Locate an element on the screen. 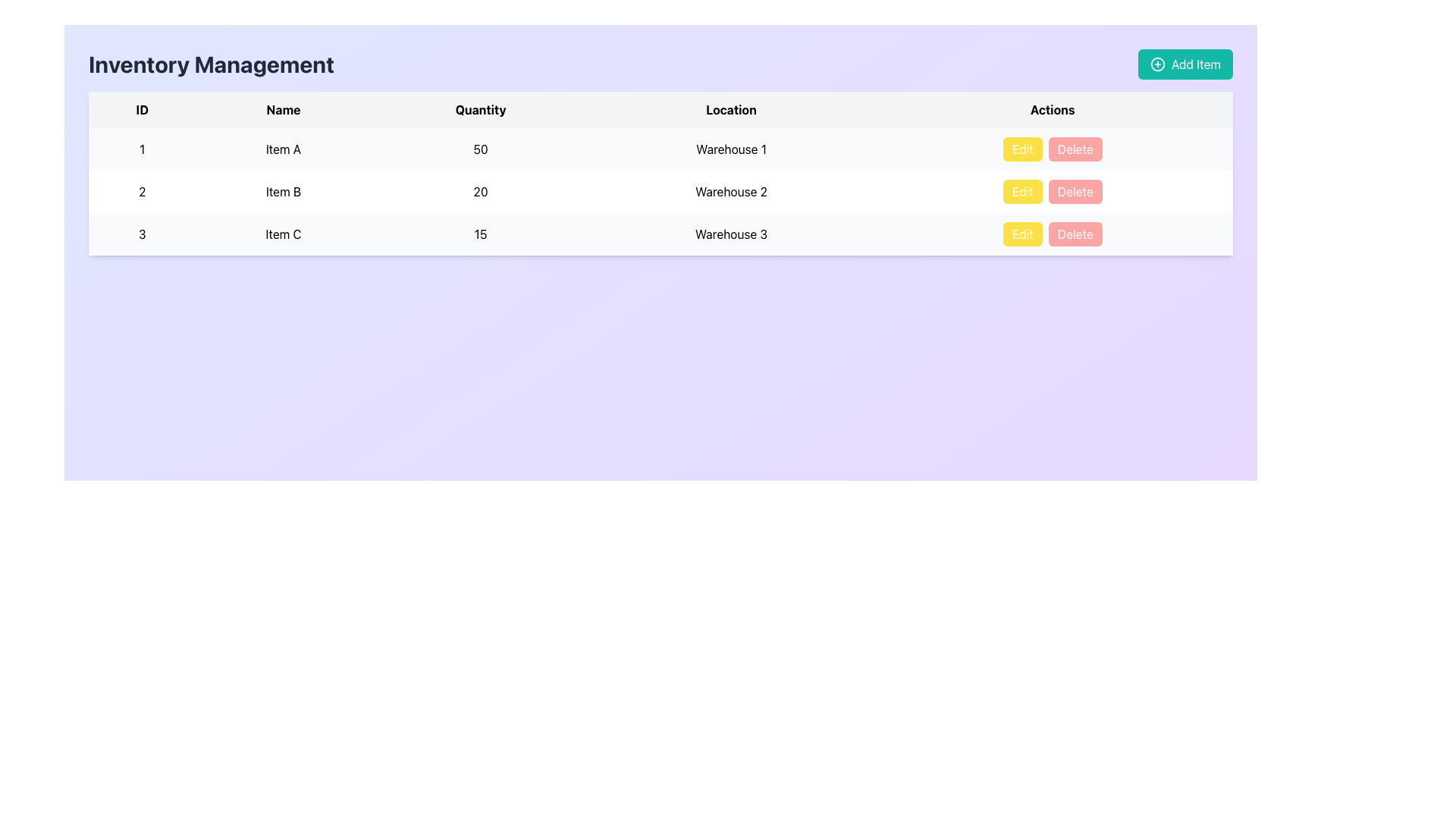  the circular icon with a plus symbol inside, located to the left of the 'Add Item' button in the top-right corner of the interface is located at coordinates (1156, 63).